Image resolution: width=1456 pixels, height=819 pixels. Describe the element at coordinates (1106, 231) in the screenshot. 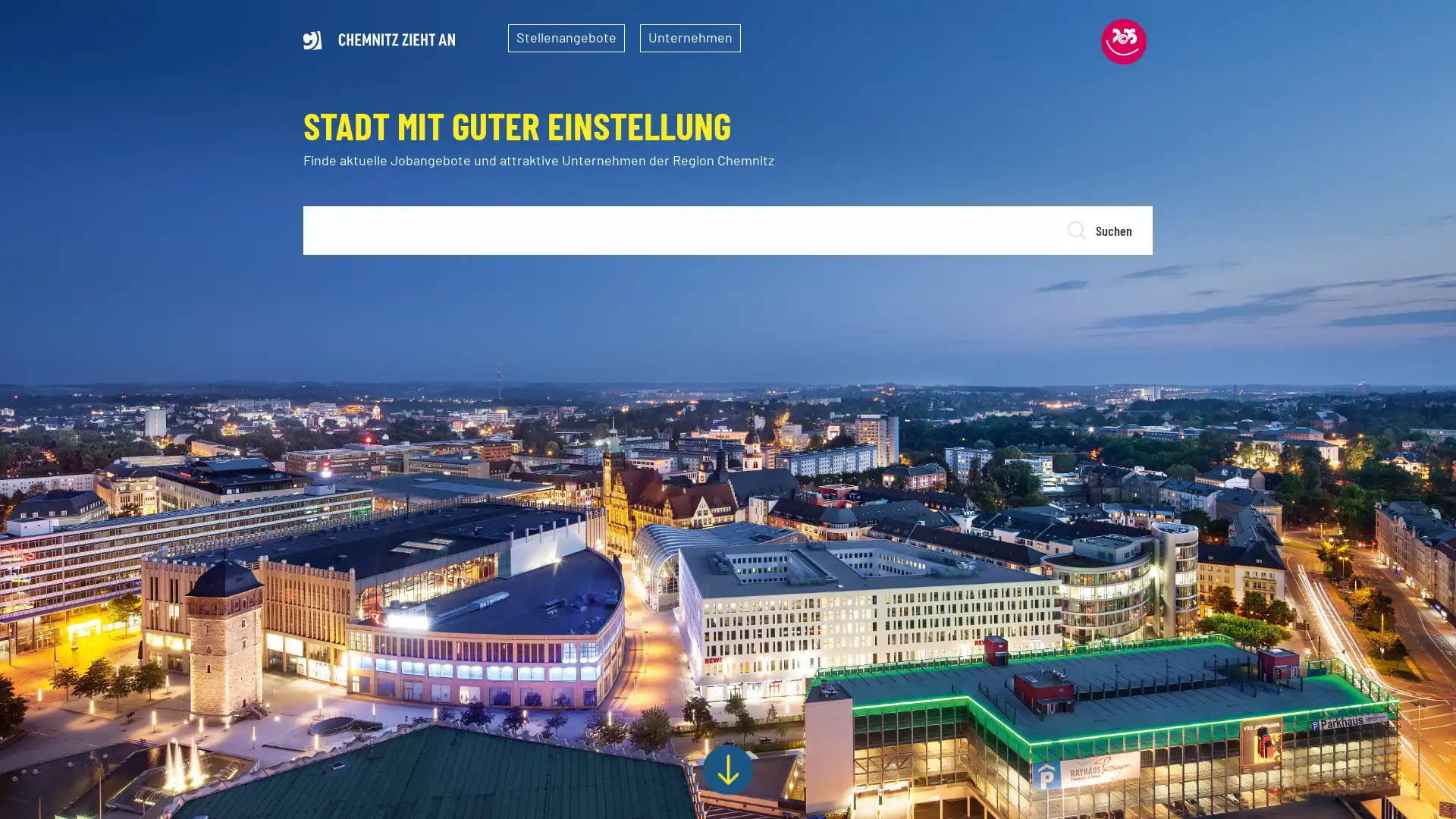

I see `Suchen` at that location.